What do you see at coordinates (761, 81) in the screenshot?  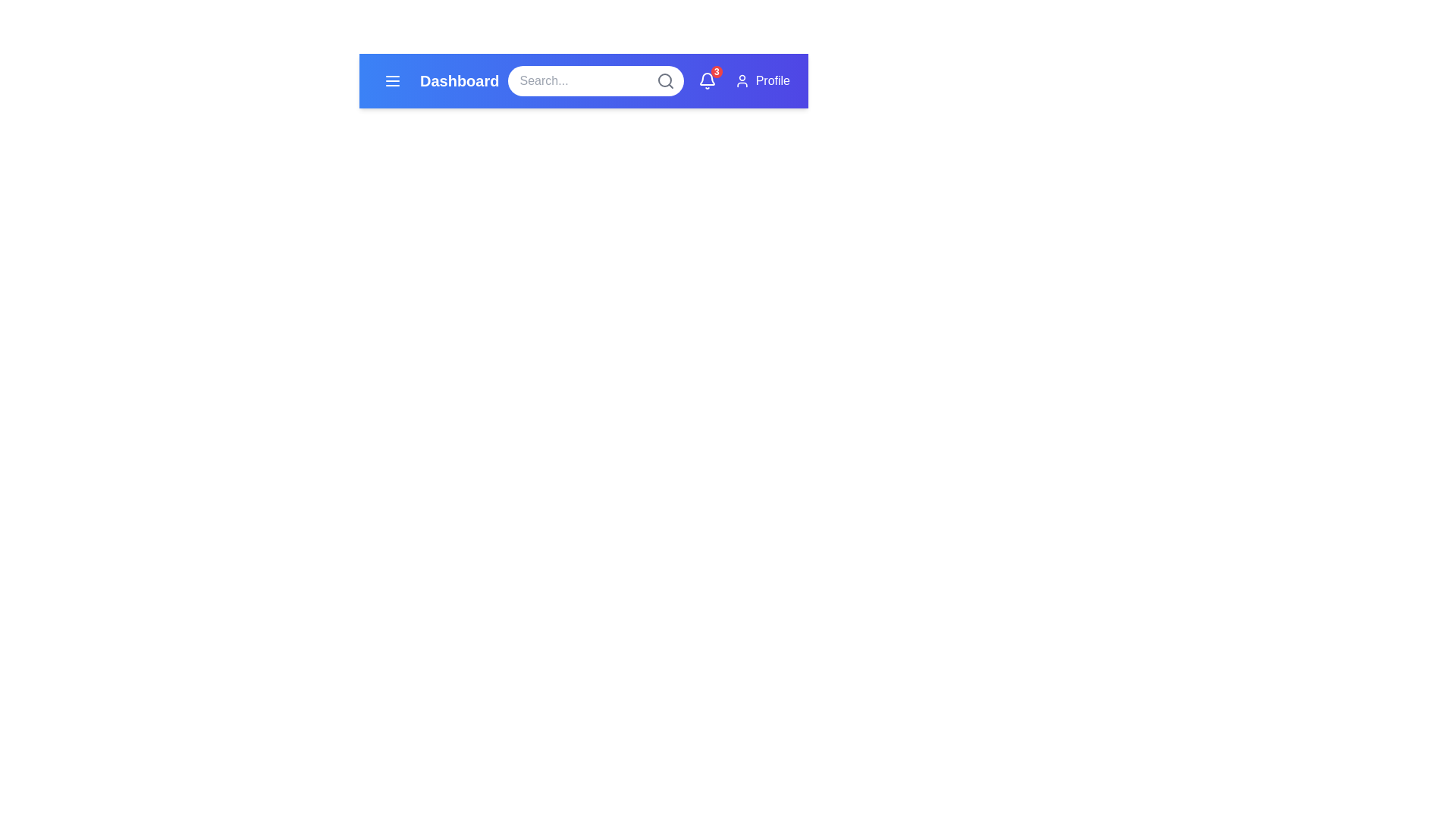 I see `the 'Profile' button, which features a user figure icon and bold text, located at the far-right side of the navigation bar` at bounding box center [761, 81].